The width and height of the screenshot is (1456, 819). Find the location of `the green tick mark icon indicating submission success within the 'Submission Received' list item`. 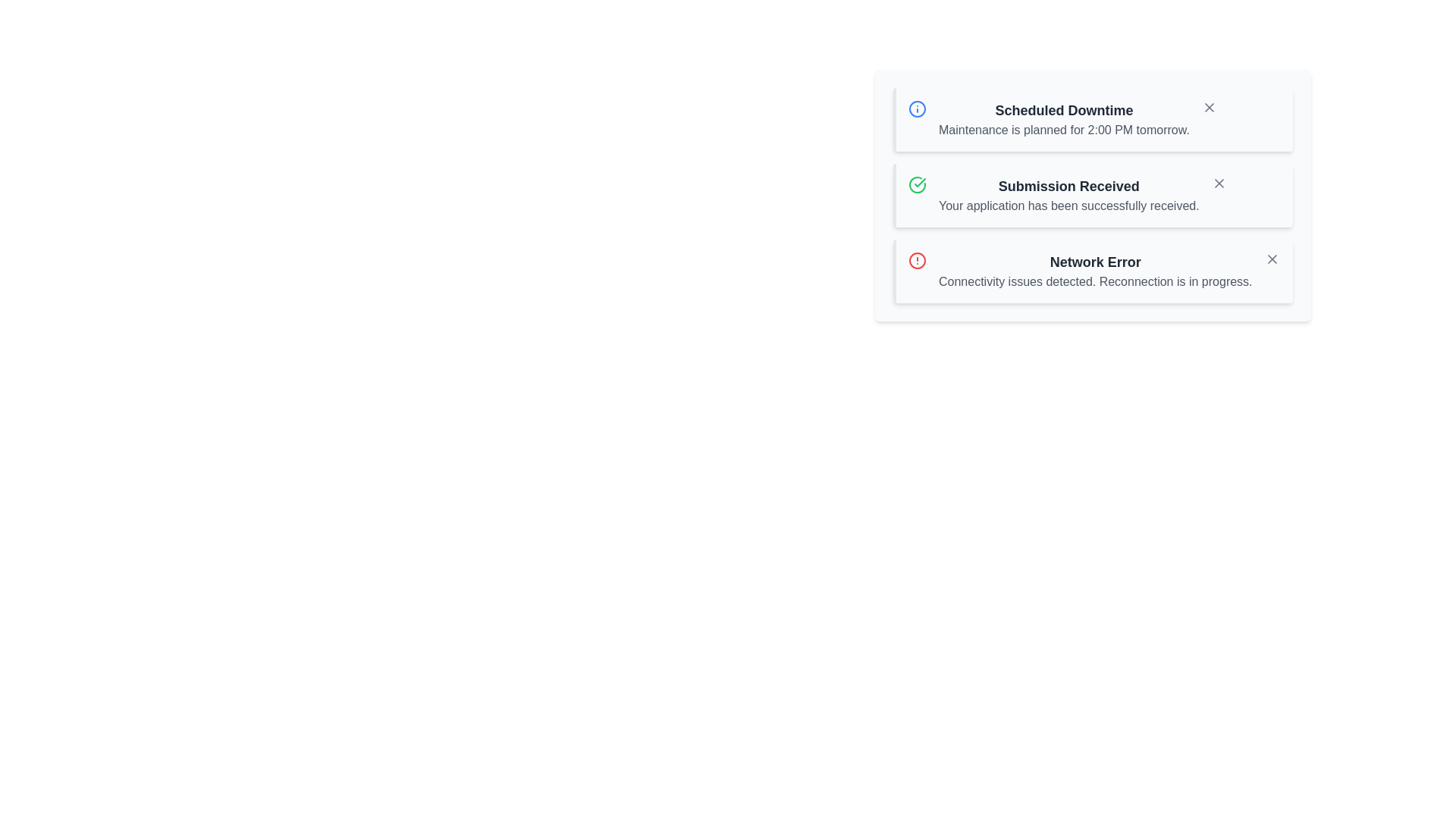

the green tick mark icon indicating submission success within the 'Submission Received' list item is located at coordinates (919, 181).